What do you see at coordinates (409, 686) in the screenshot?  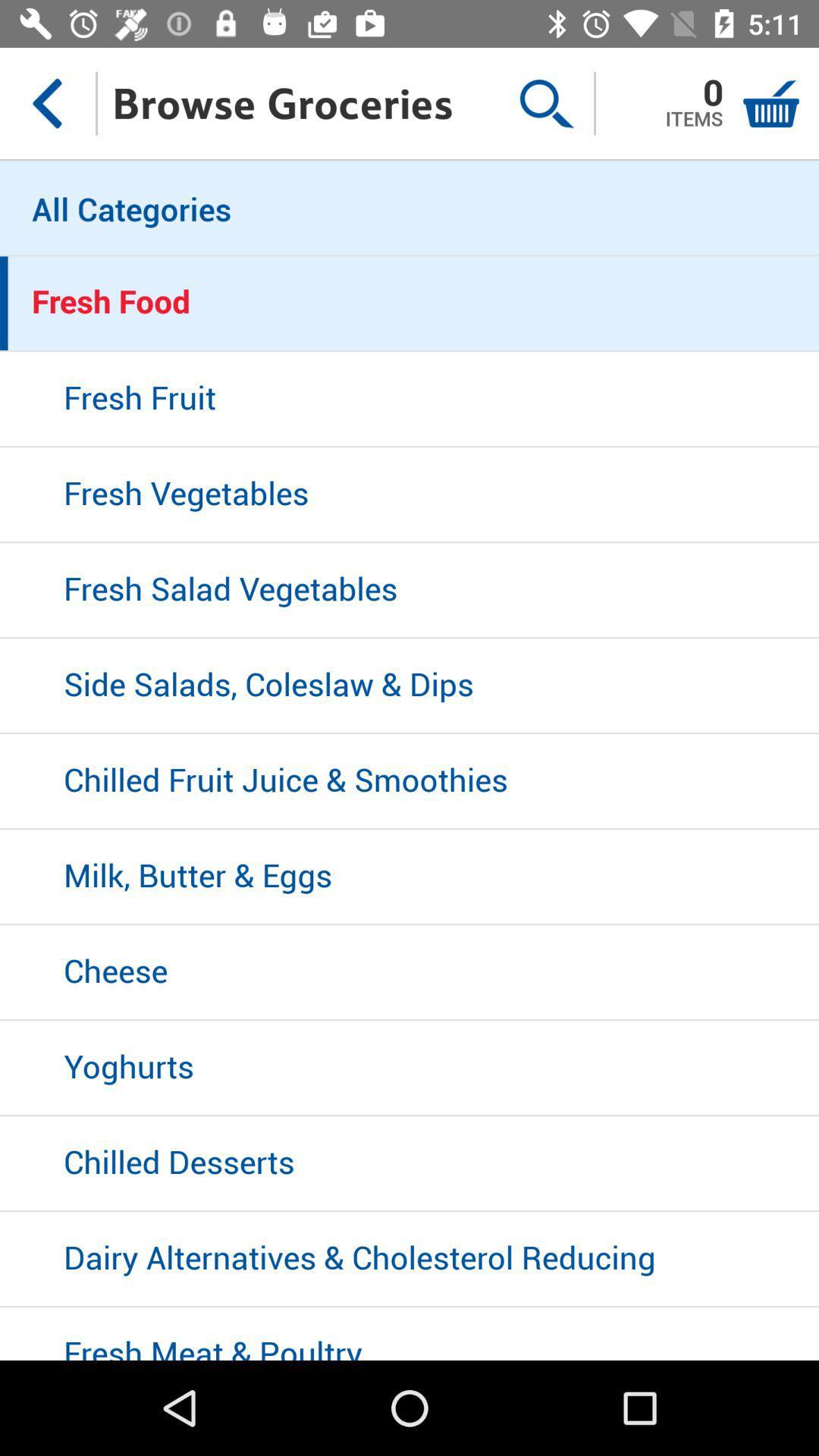 I see `the item below the fresh salad vegetables icon` at bounding box center [409, 686].